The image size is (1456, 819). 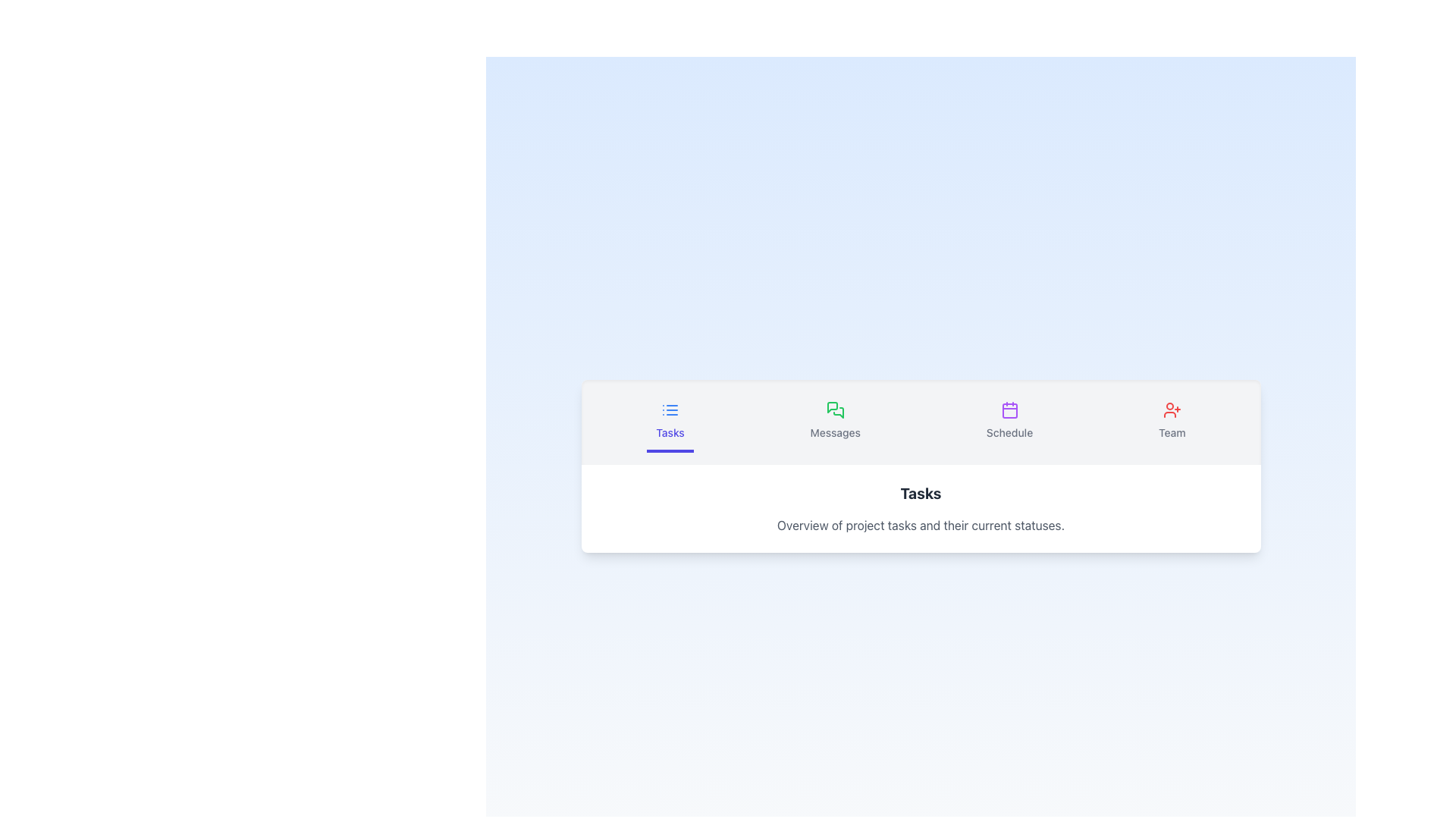 What do you see at coordinates (1009, 409) in the screenshot?
I see `the purple calendar icon in the navigation bar` at bounding box center [1009, 409].